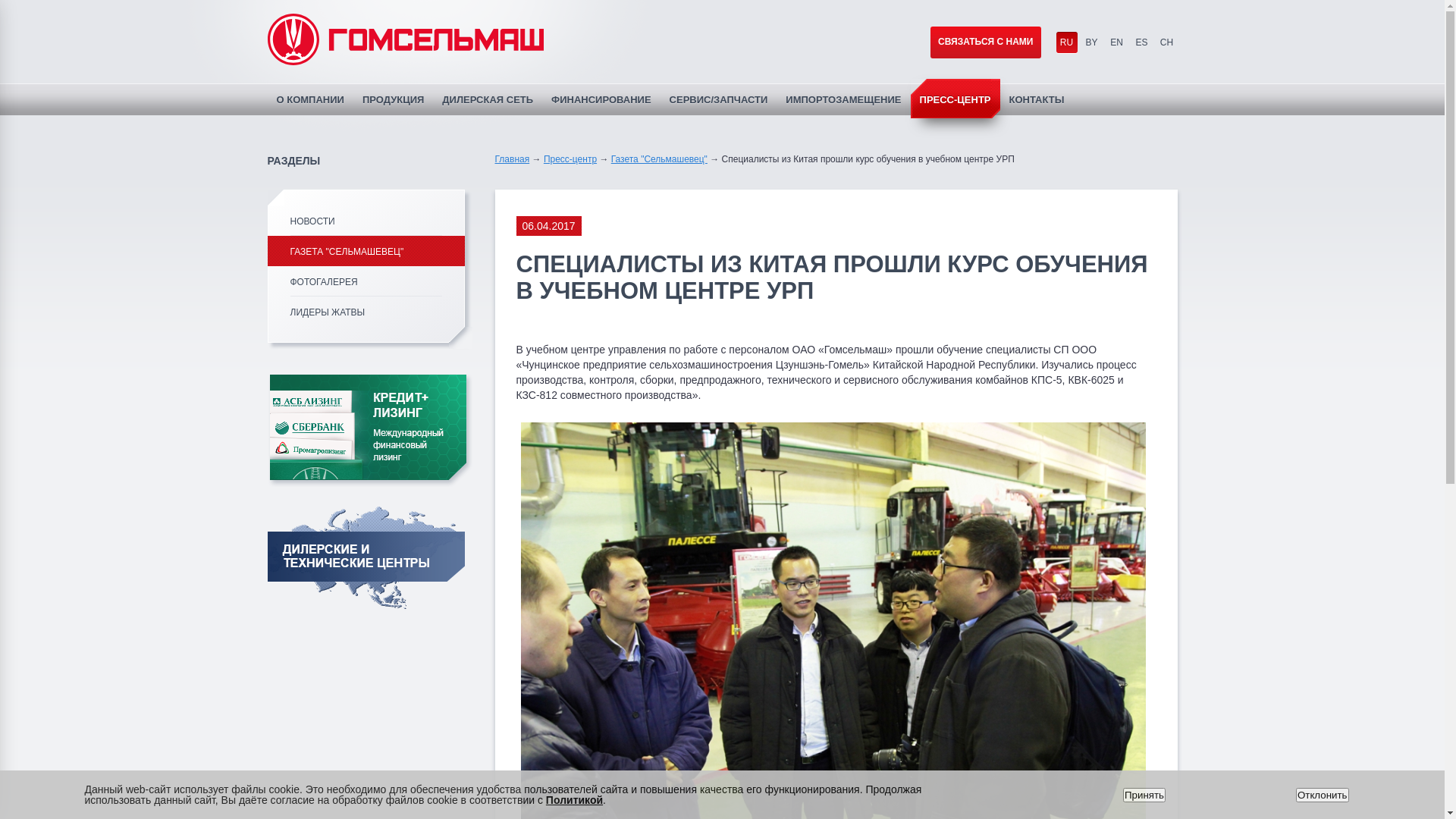 The width and height of the screenshot is (1456, 819). What do you see at coordinates (1165, 42) in the screenshot?
I see `'CH'` at bounding box center [1165, 42].